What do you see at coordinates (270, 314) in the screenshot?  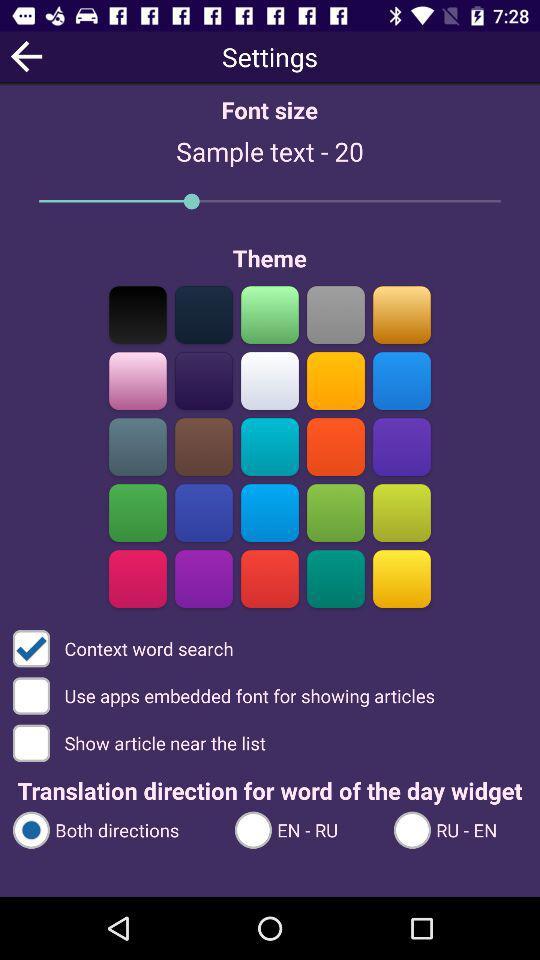 I see `change theme to green` at bounding box center [270, 314].